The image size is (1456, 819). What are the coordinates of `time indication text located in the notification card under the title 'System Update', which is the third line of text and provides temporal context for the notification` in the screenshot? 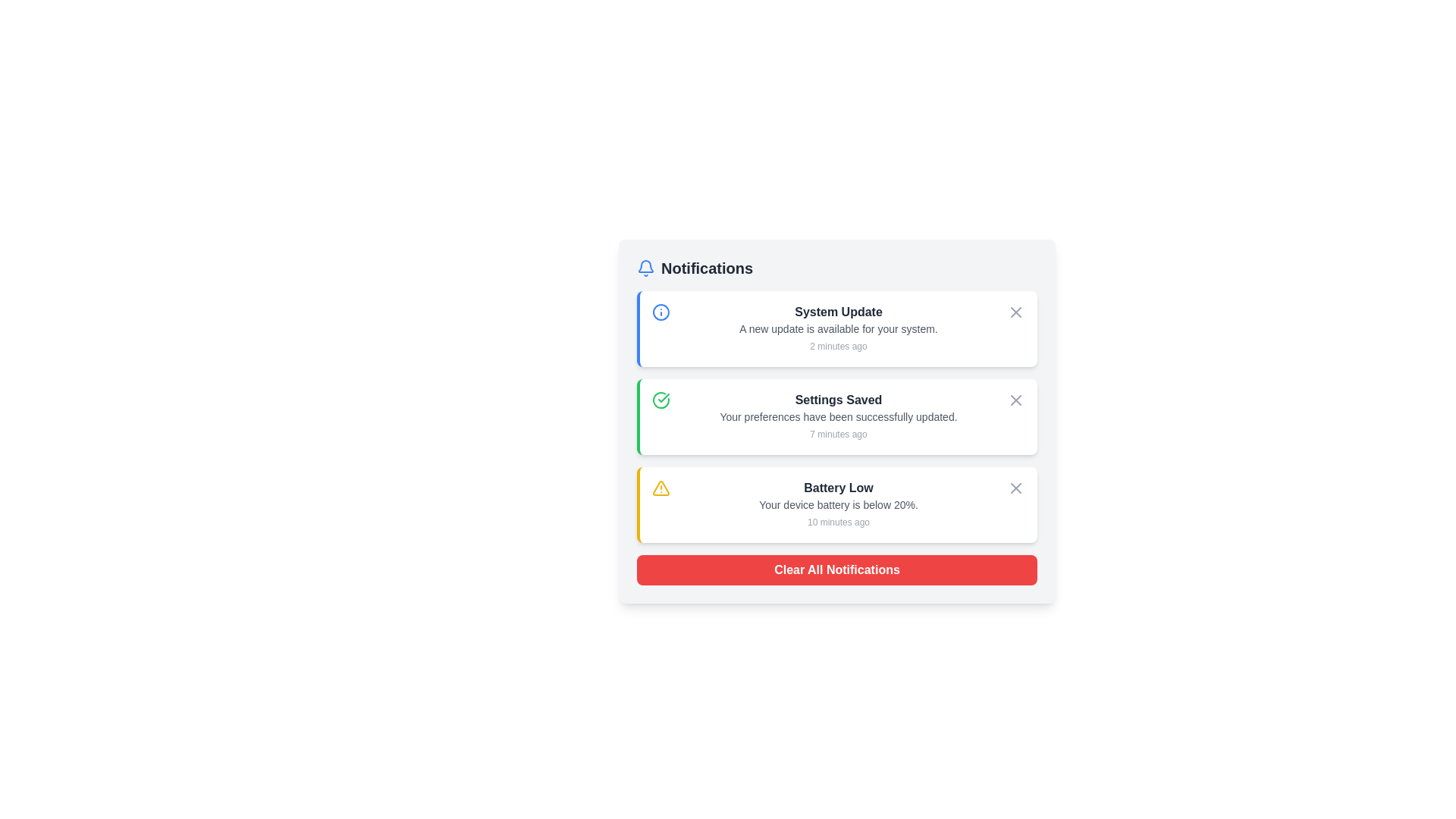 It's located at (837, 346).